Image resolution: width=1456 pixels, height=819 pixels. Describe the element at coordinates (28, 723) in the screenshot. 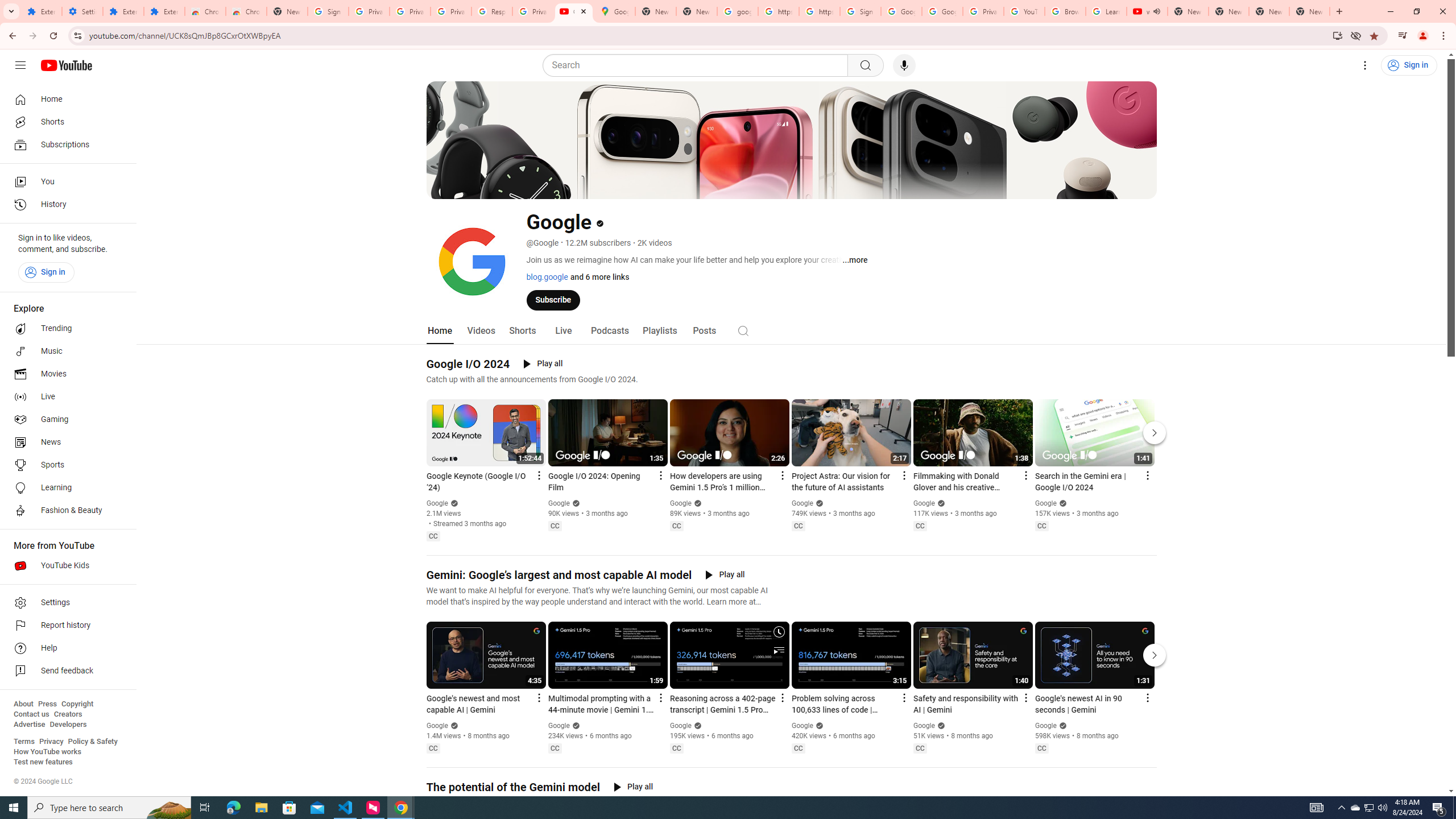

I see `'Advertise'` at that location.